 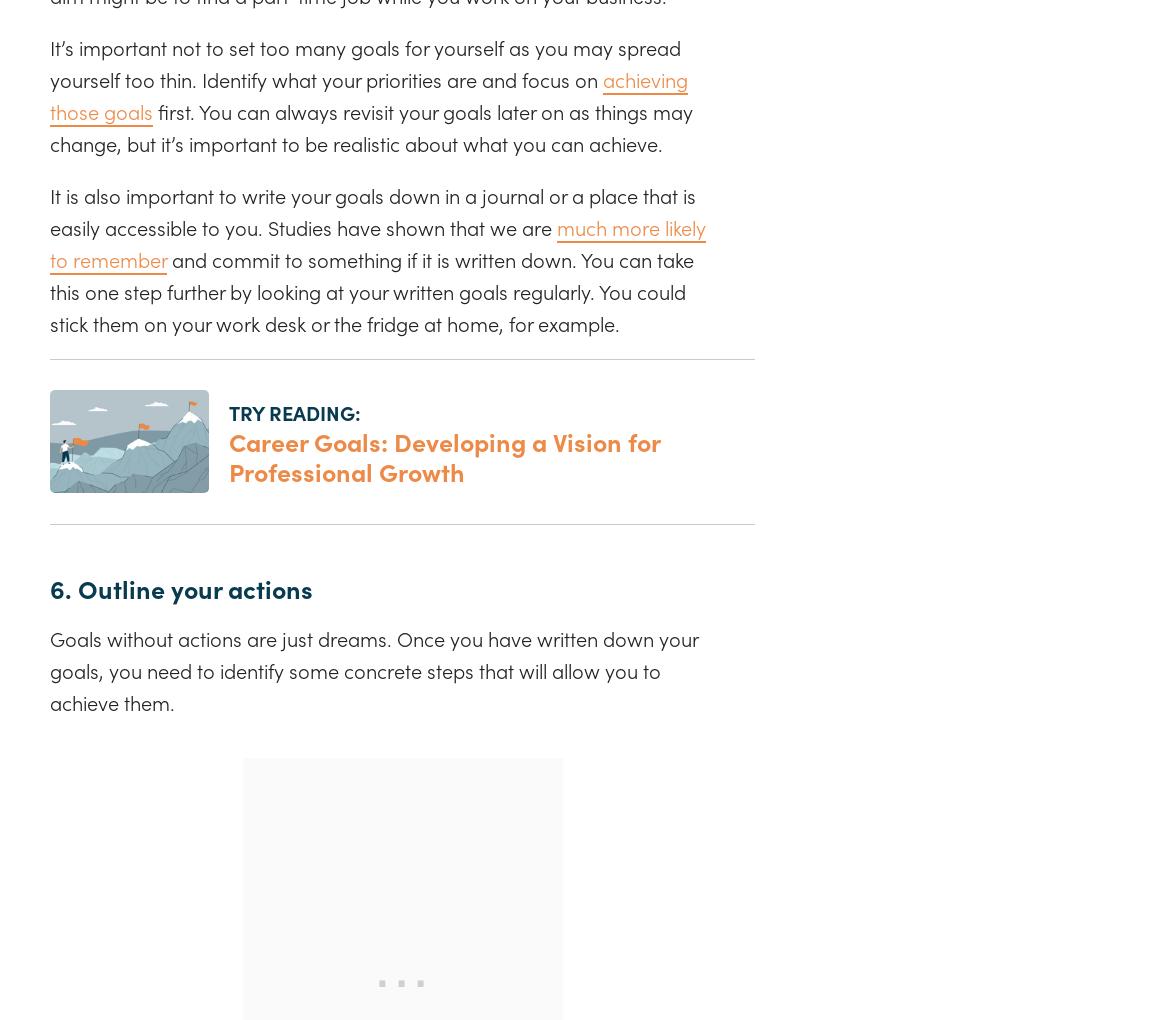 What do you see at coordinates (294, 410) in the screenshot?
I see `'TRY READING:'` at bounding box center [294, 410].